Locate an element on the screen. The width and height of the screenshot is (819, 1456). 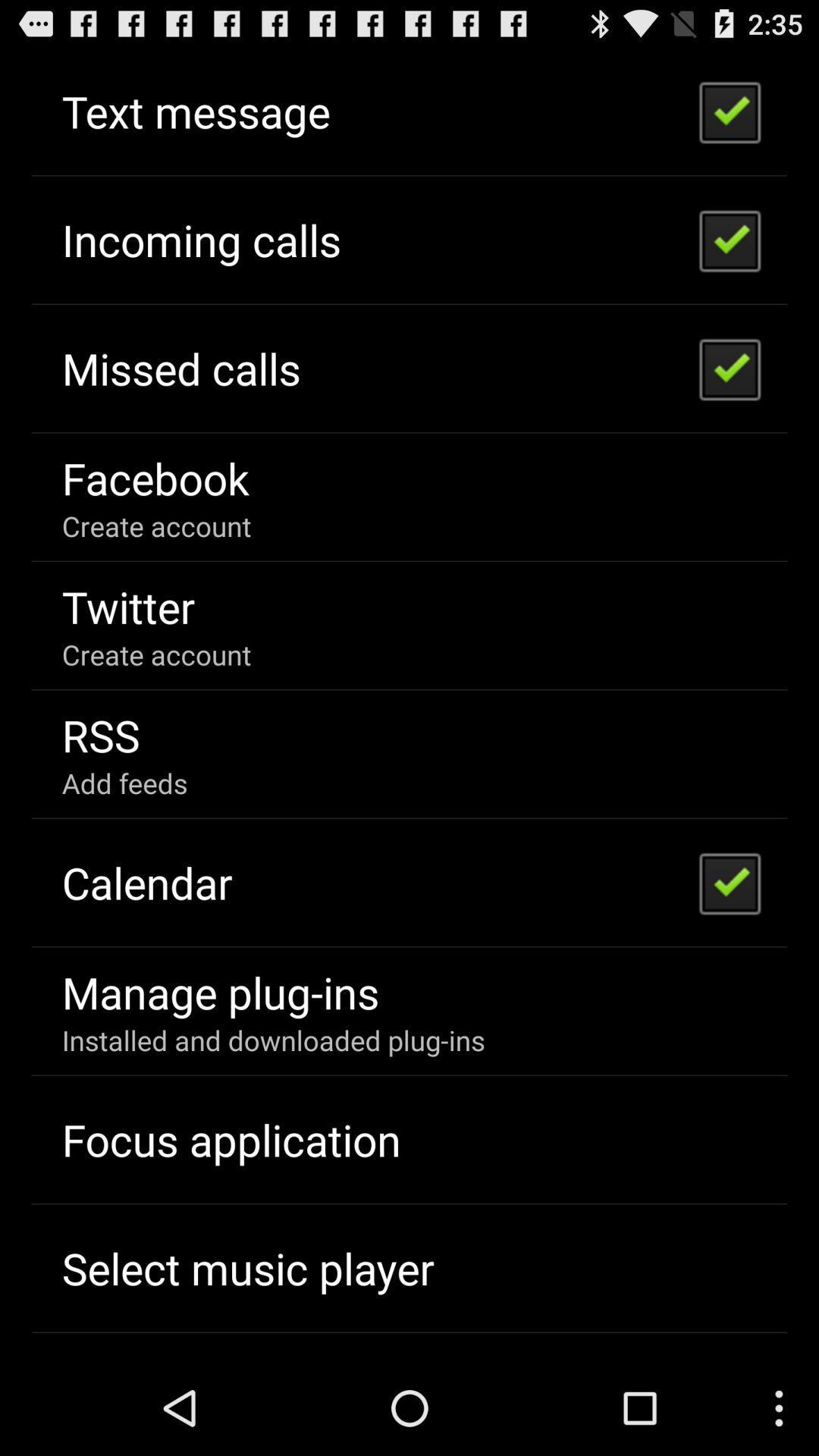
add feeds item is located at coordinates (124, 783).